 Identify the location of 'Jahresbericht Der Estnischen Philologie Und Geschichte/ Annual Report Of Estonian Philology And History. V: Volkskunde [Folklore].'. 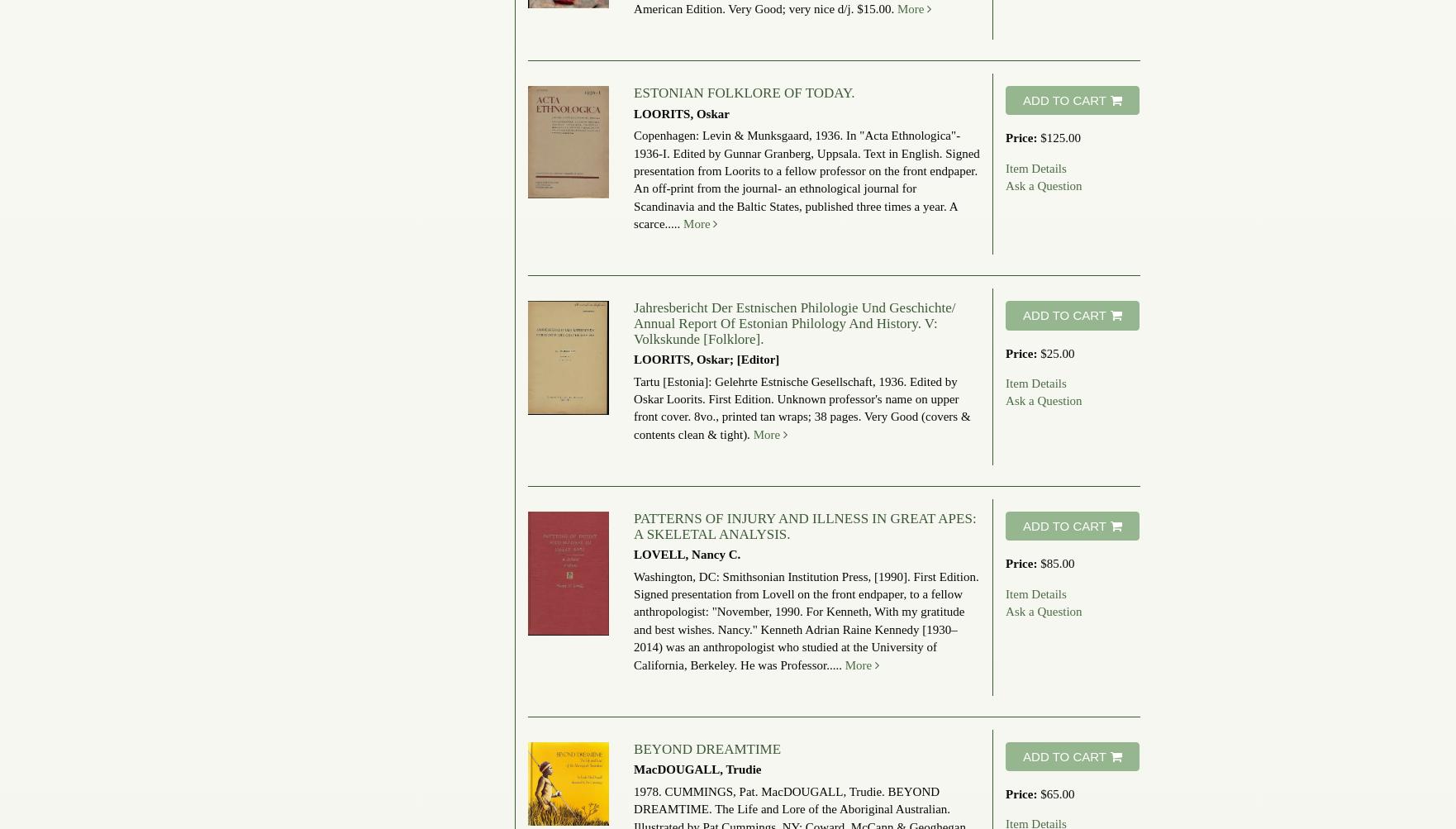
(632, 322).